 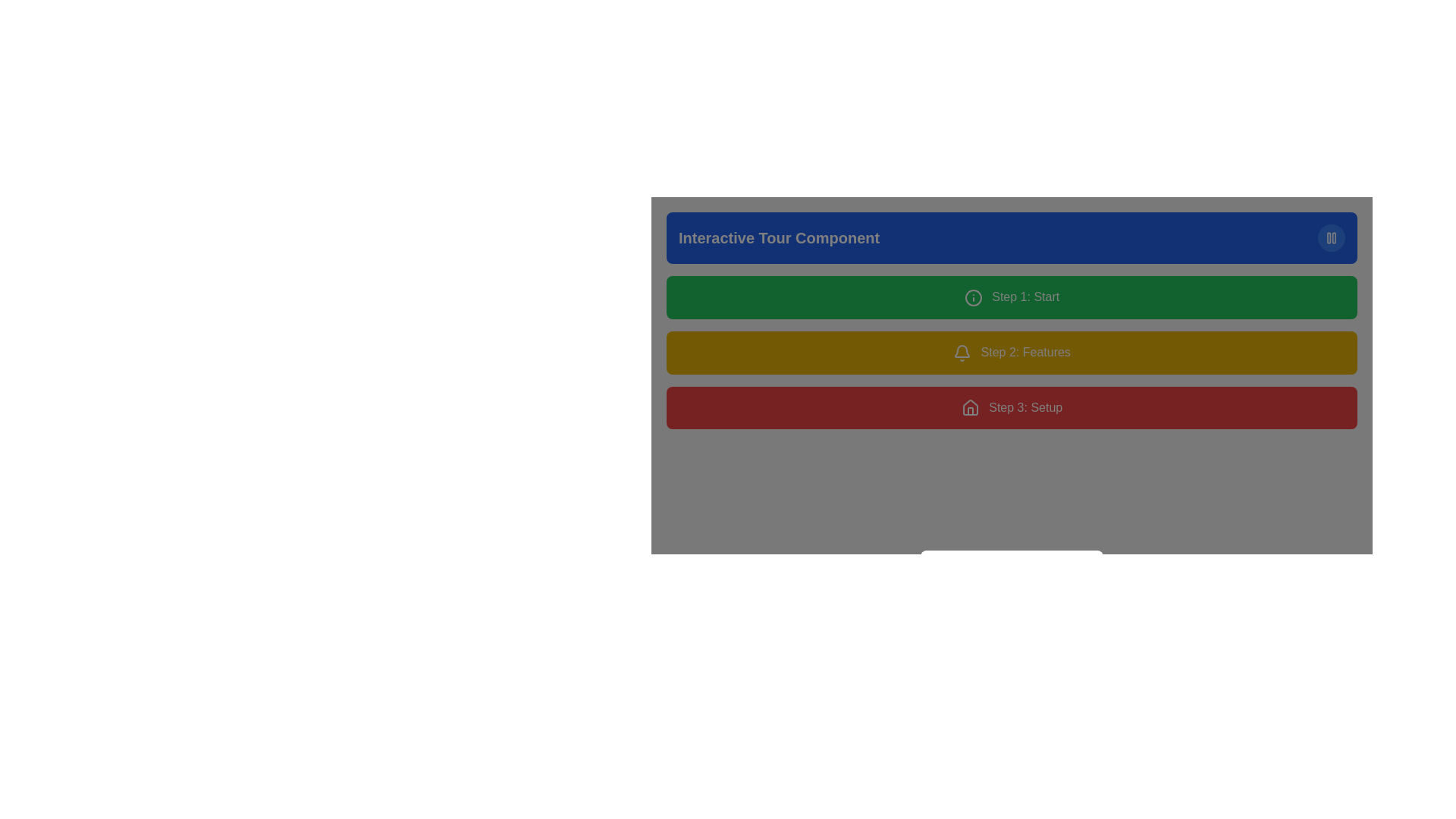 I want to click on the 'Step 3: Setup' button, which is the third step in the sequence under the 'Interactive Tour Component', to proceed to the next step or reveal associated information, so click(x=1012, y=406).